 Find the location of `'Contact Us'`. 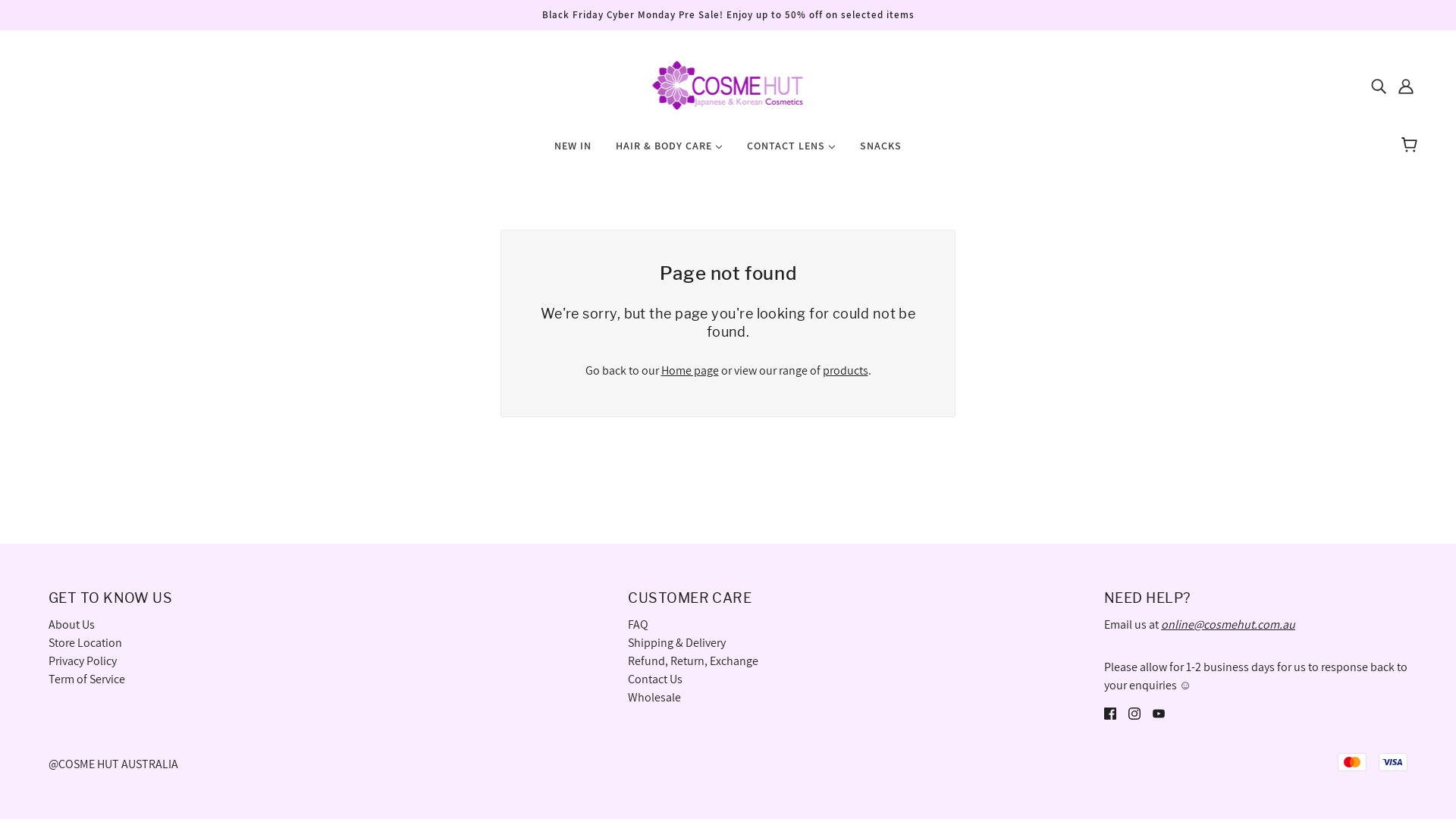

'Contact Us' is located at coordinates (655, 678).